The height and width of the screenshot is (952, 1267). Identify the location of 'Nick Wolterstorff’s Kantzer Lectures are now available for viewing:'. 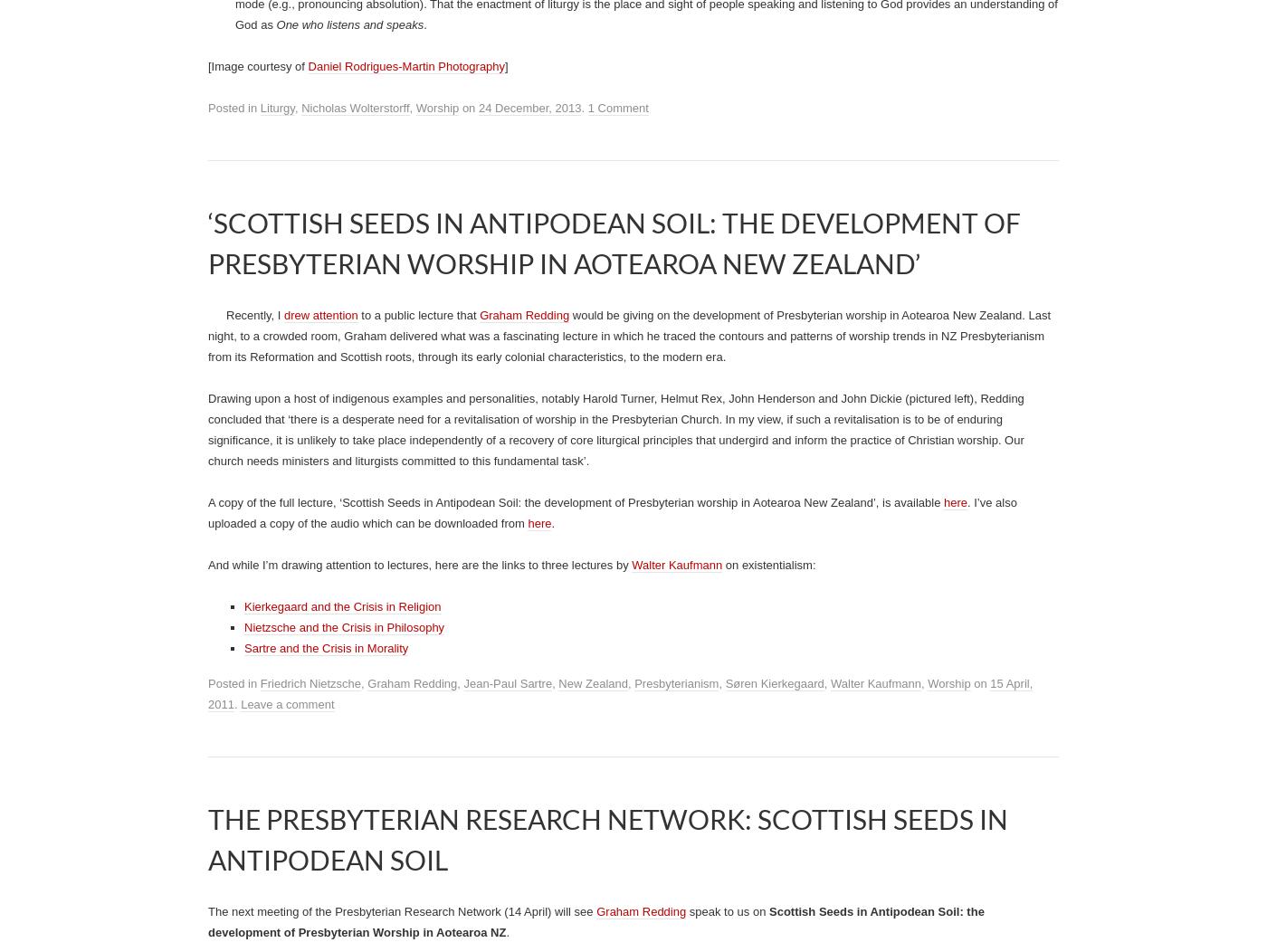
(380, 72).